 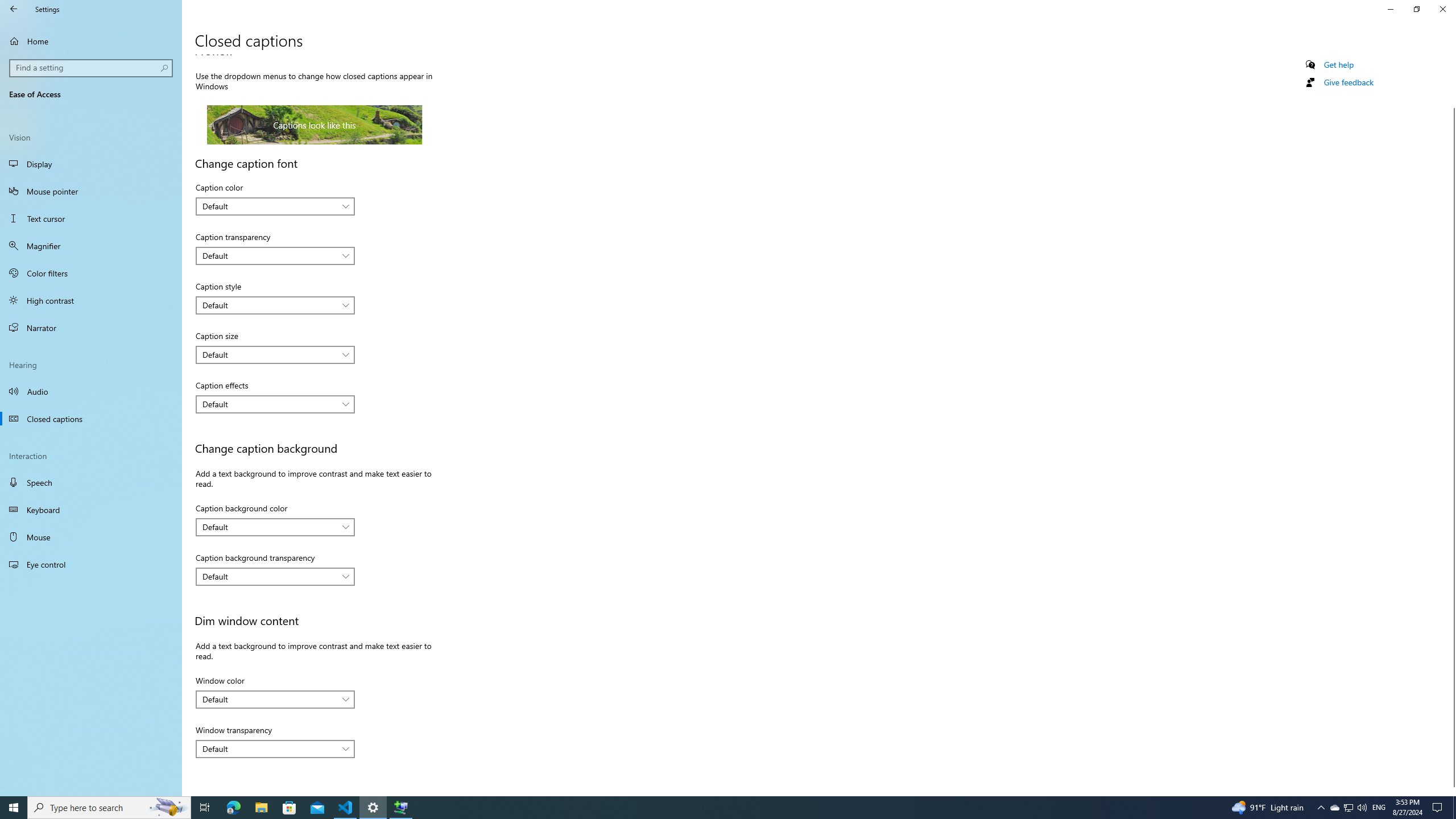 I want to click on 'Narrator', so click(x=90, y=327).